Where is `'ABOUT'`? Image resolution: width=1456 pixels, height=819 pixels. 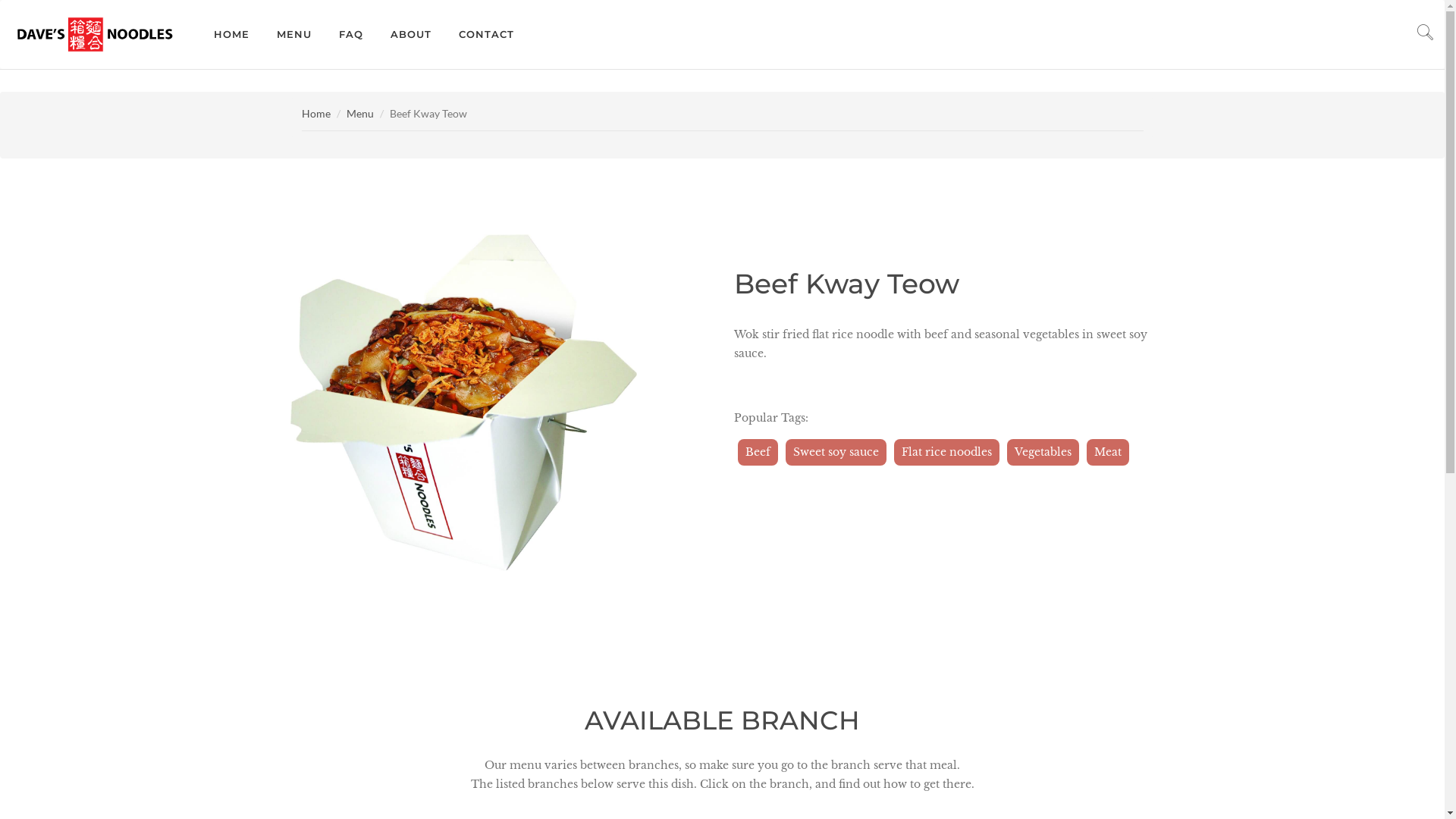
'ABOUT' is located at coordinates (411, 34).